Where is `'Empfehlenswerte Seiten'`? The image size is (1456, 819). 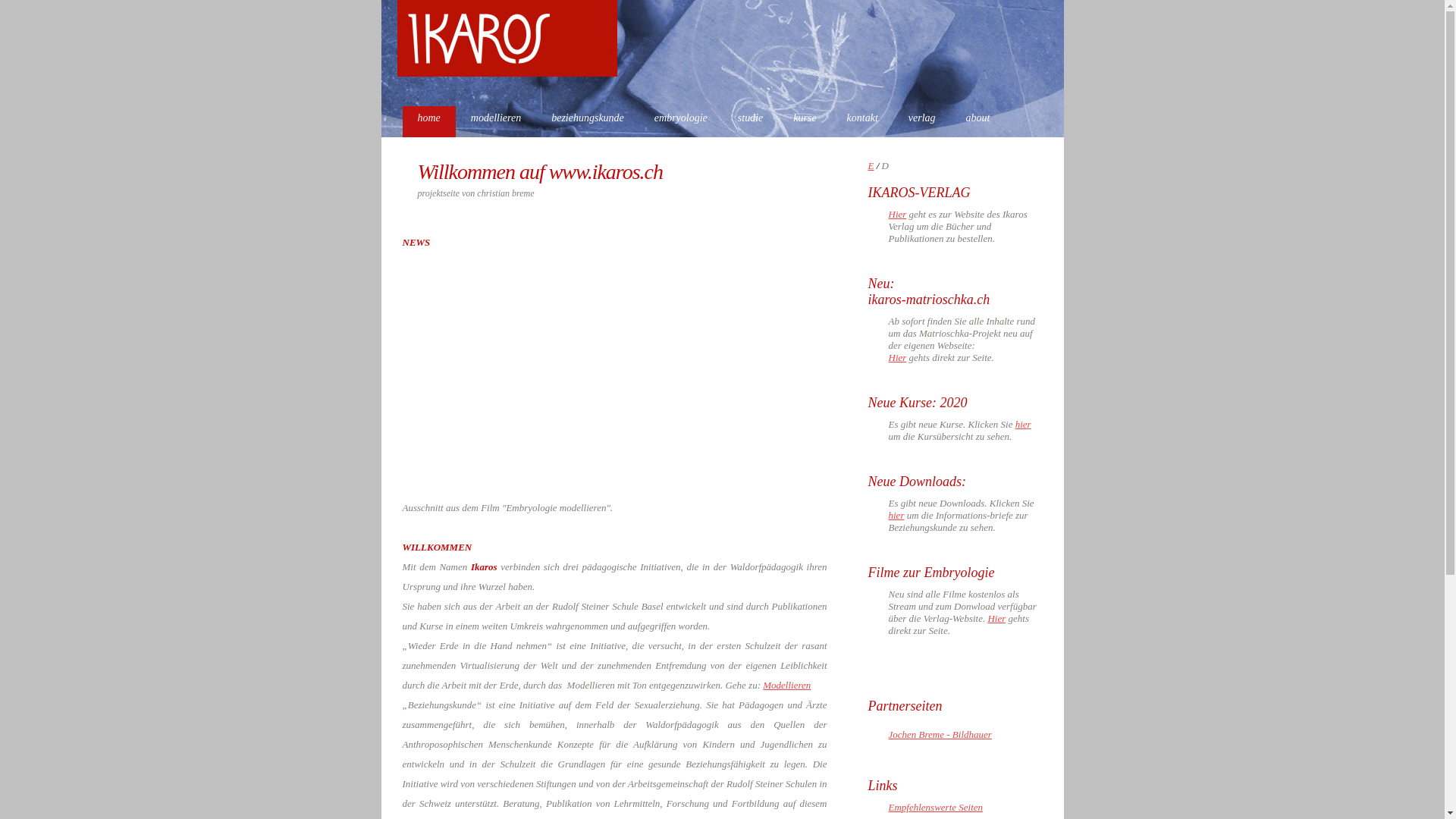 'Empfehlenswerte Seiten' is located at coordinates (935, 806).